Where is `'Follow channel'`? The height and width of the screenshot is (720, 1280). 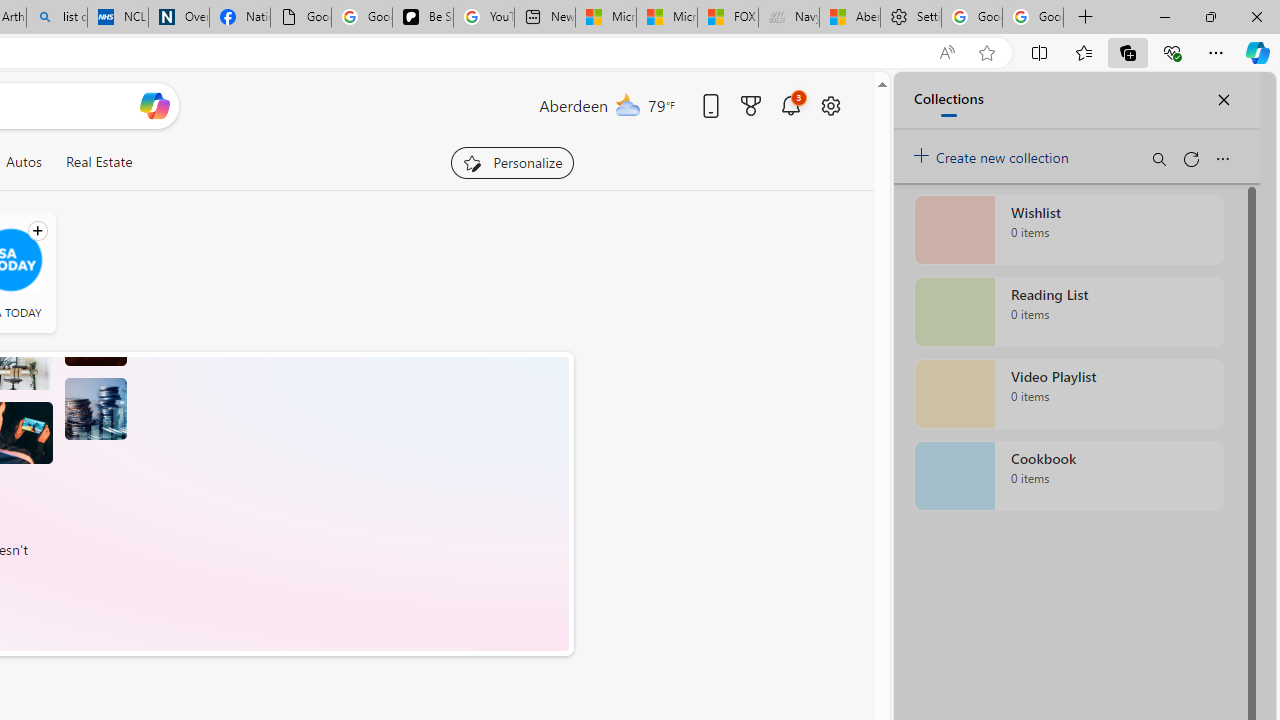 'Follow channel' is located at coordinates (37, 230).